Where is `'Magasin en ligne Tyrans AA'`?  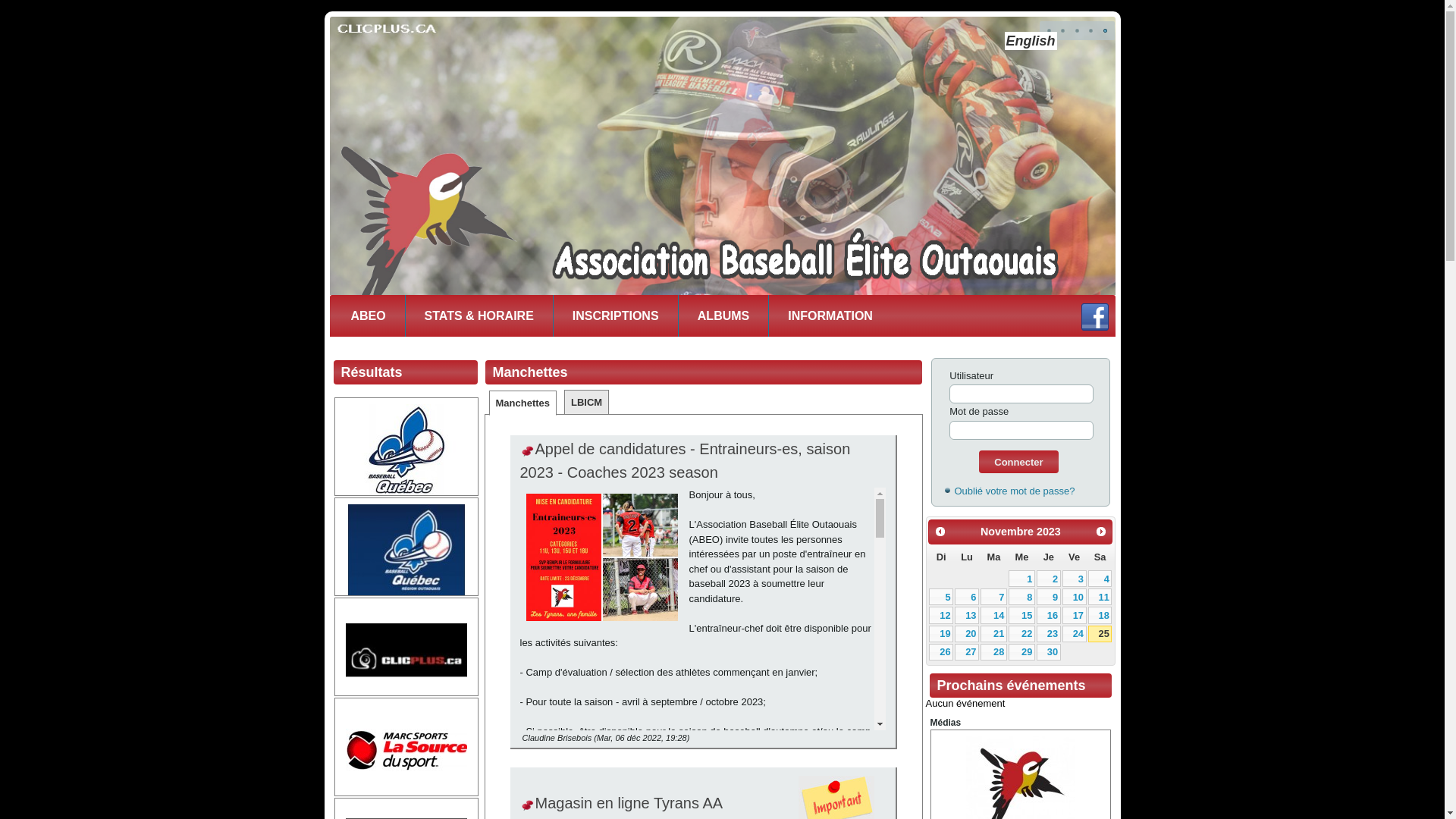
'Magasin en ligne Tyrans AA' is located at coordinates (629, 802).